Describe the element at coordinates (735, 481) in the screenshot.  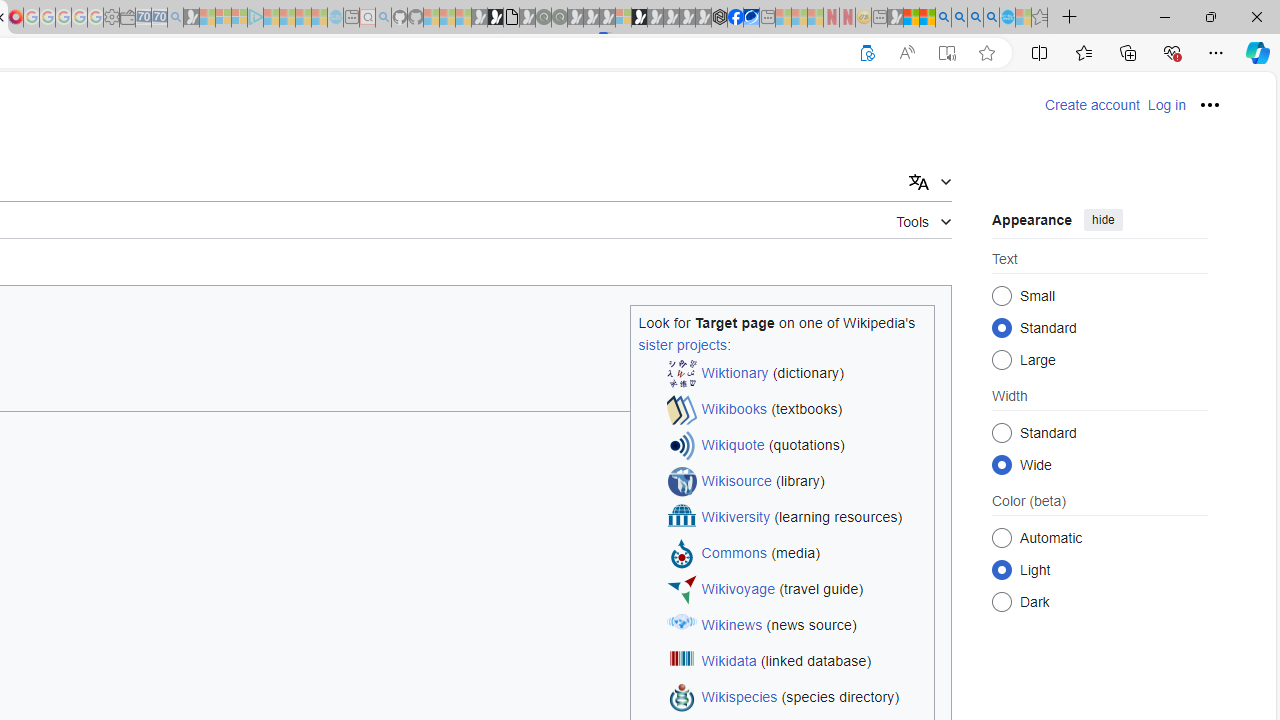
I see `'Wikisource'` at that location.